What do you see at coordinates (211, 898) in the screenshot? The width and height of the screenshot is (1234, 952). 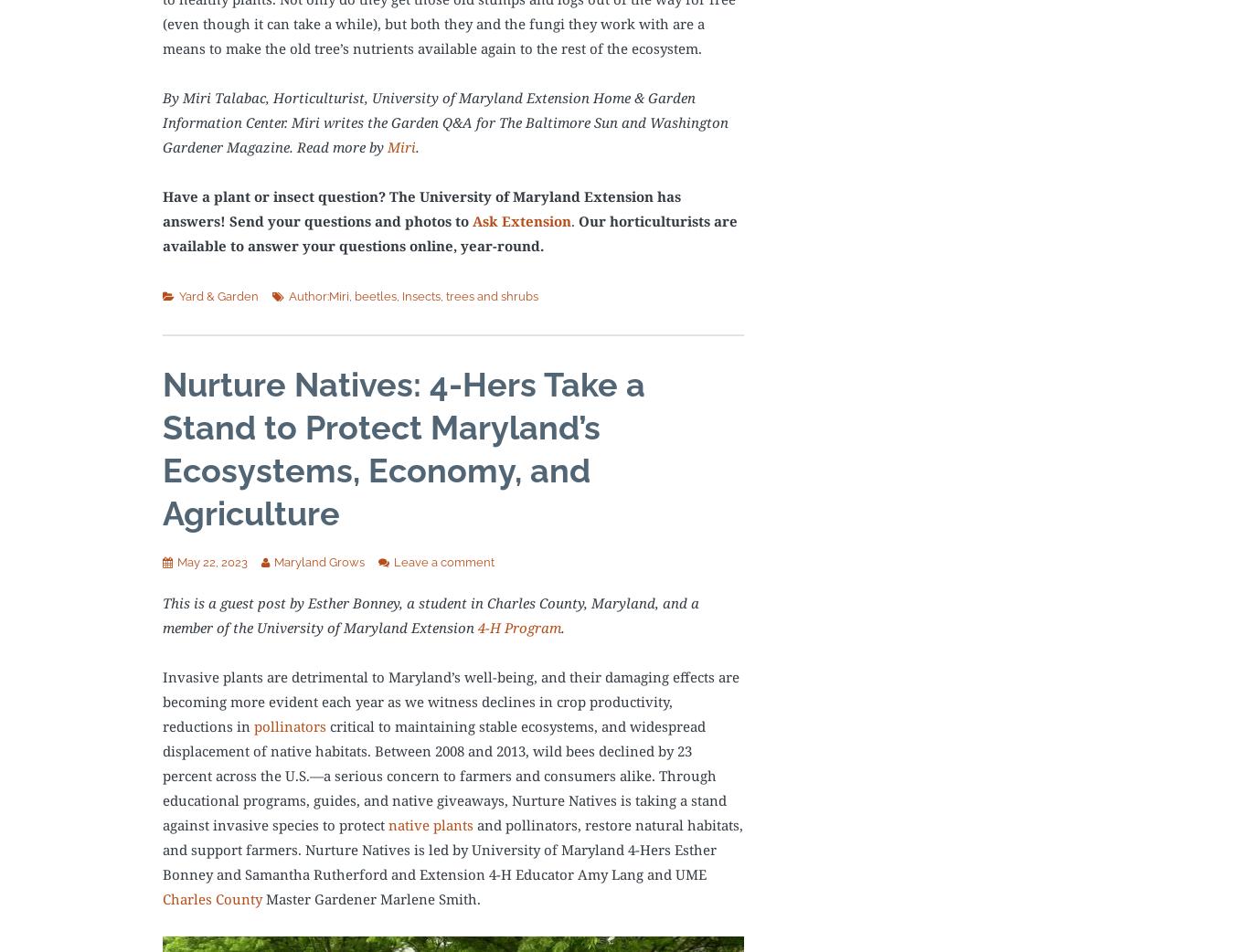 I see `'Charles County'` at bounding box center [211, 898].